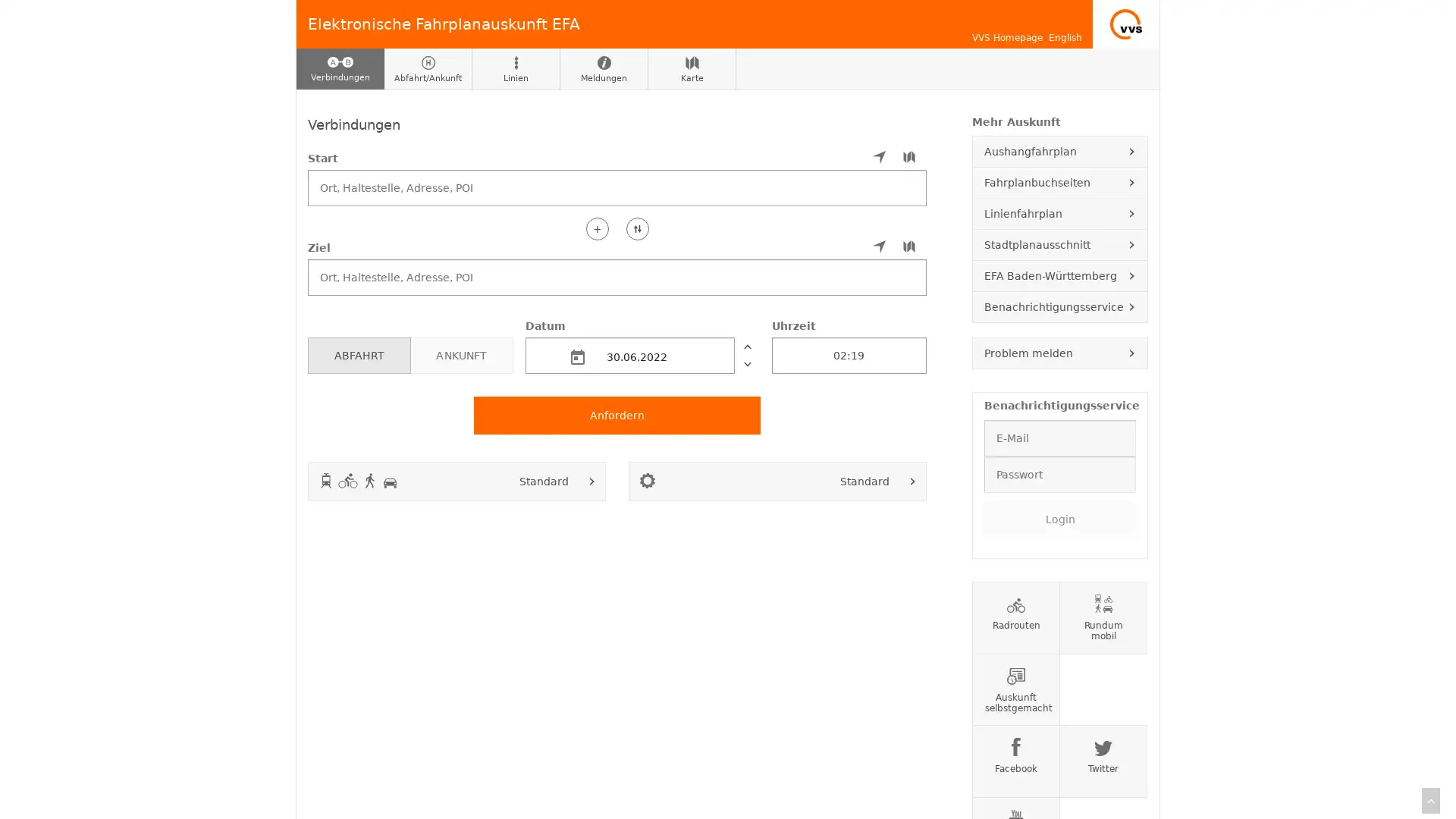  Describe the element at coordinates (428, 69) in the screenshot. I see `Abfahrt/Ankunft` at that location.